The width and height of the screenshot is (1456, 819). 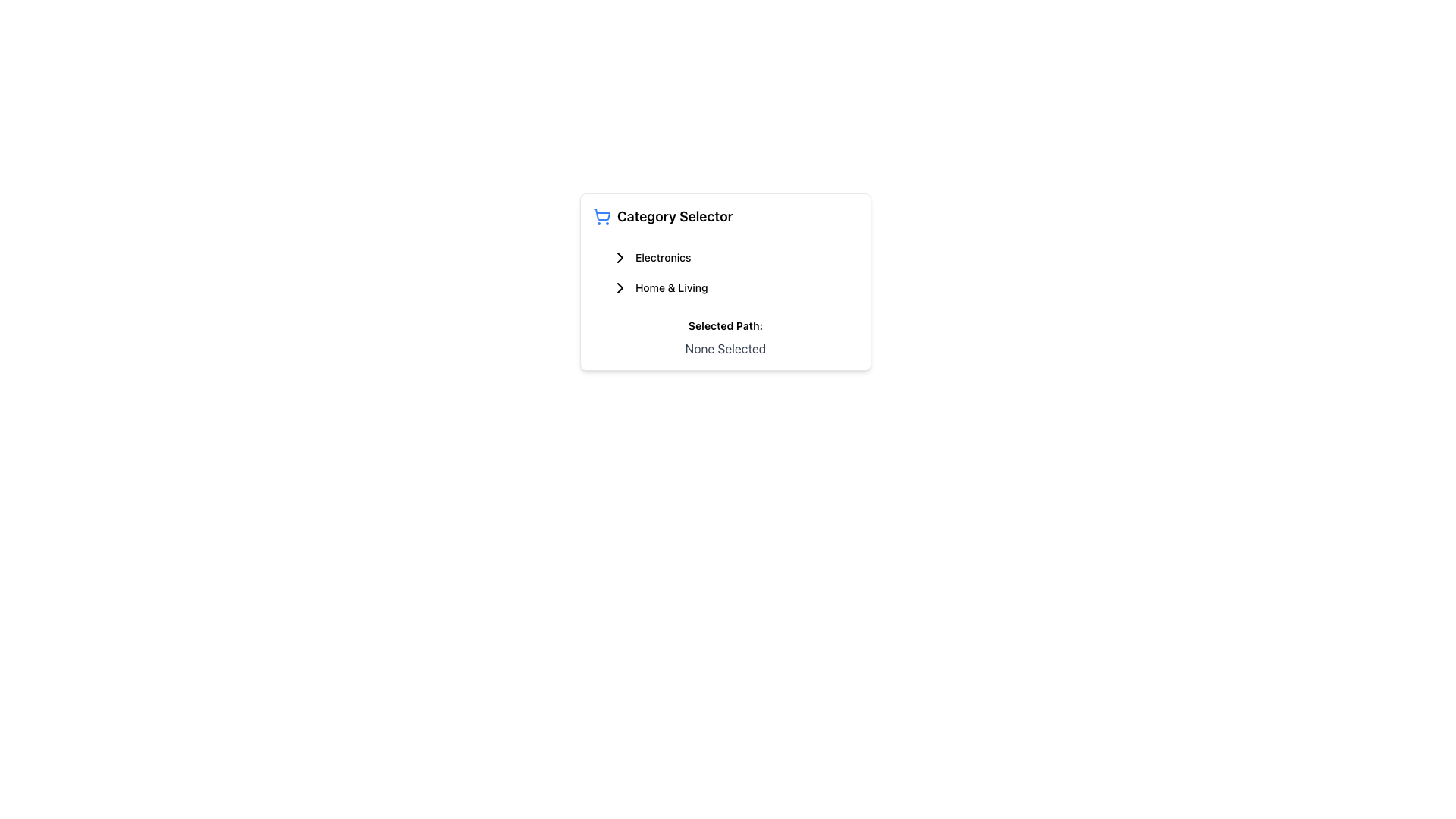 I want to click on the 'Electronics' label, which is the first item in the dropdown list beneath the 'Category Selector' title, so click(x=663, y=256).